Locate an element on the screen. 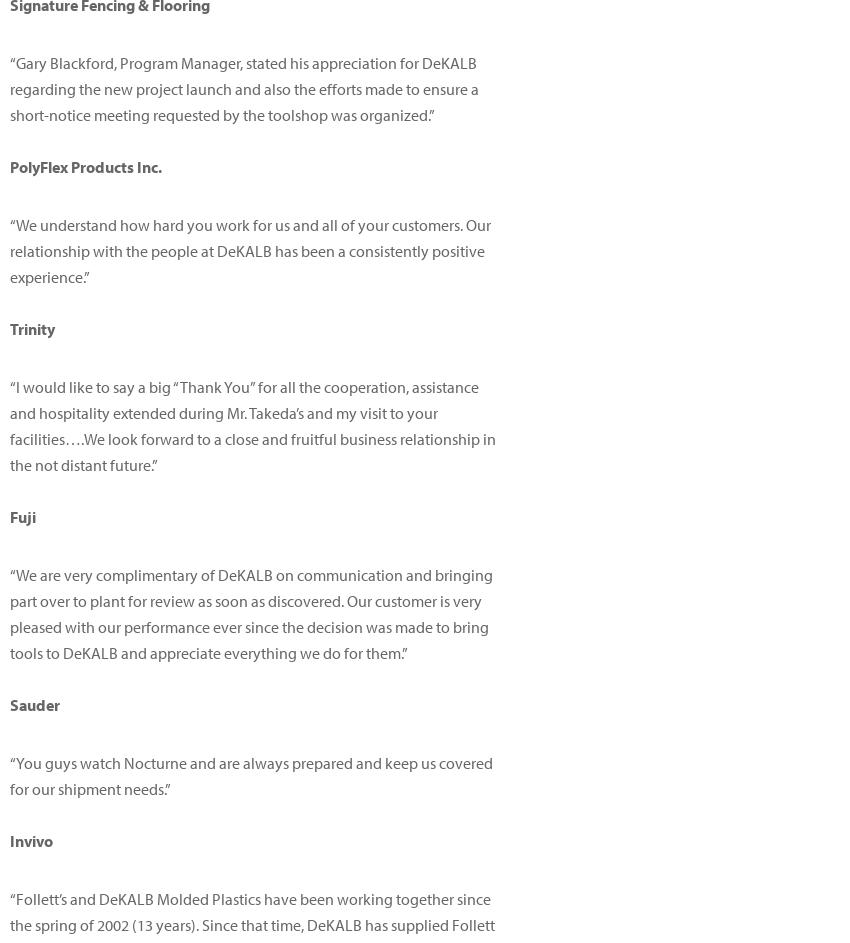 This screenshot has width=850, height=943. 'We understand how hard you work for us and all of your customers. Our relationship with the people at DeKALB has been a consistently positive experience.' is located at coordinates (9, 251).